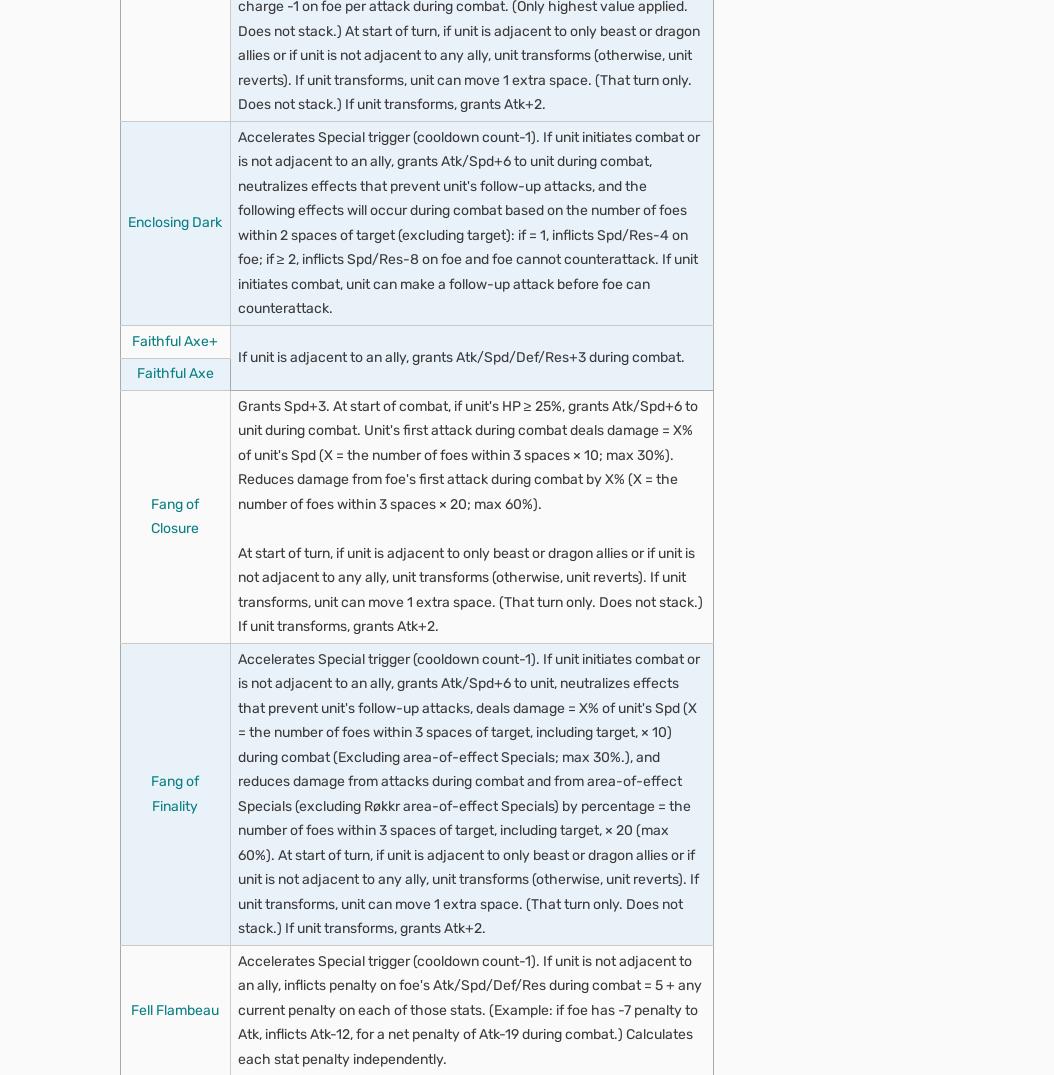 This screenshot has width=1054, height=1075. I want to click on 'Attuned Skills', so click(480, 1040).